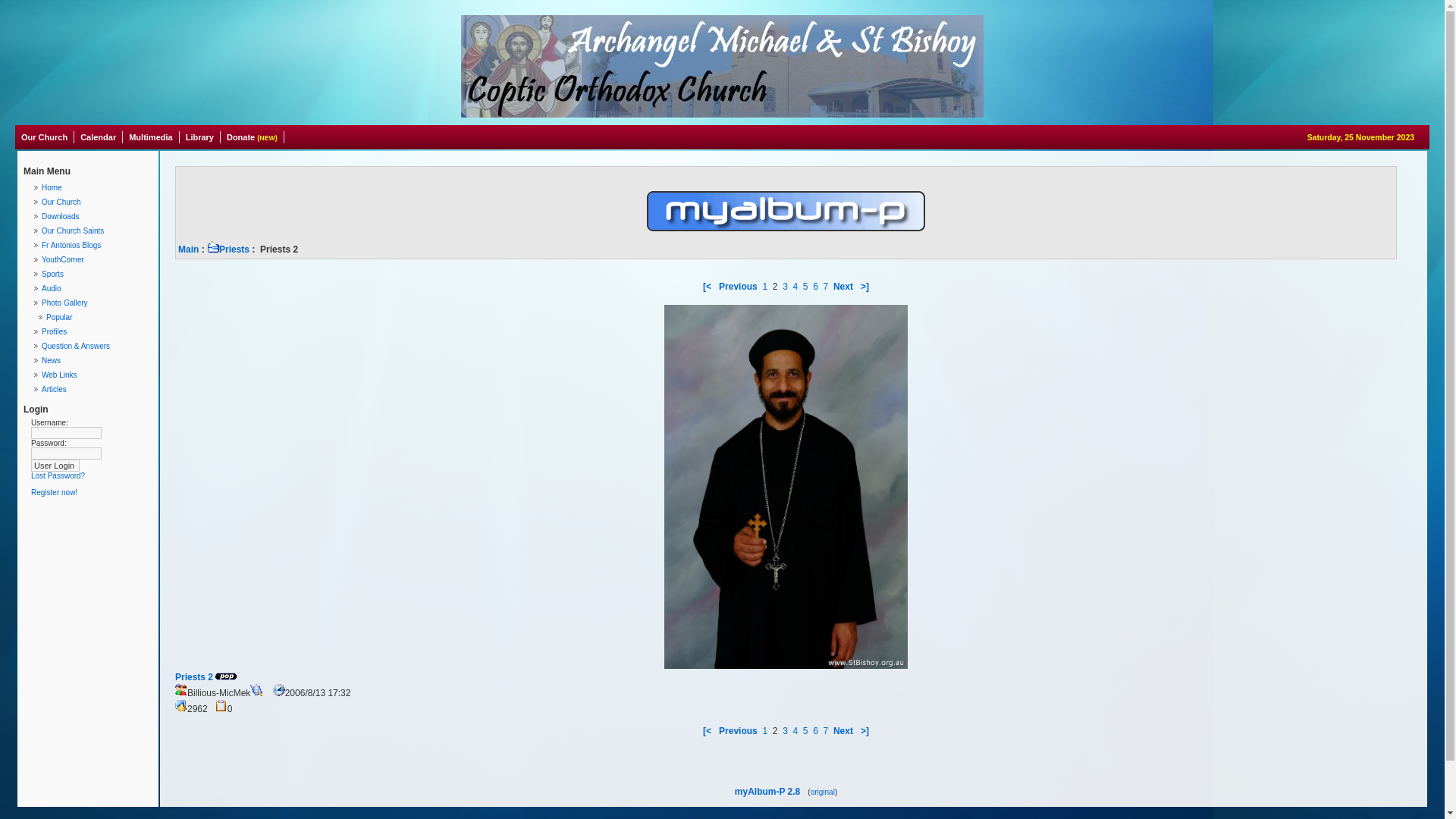 This screenshot has width=1456, height=819. I want to click on 'Next', so click(833, 730).